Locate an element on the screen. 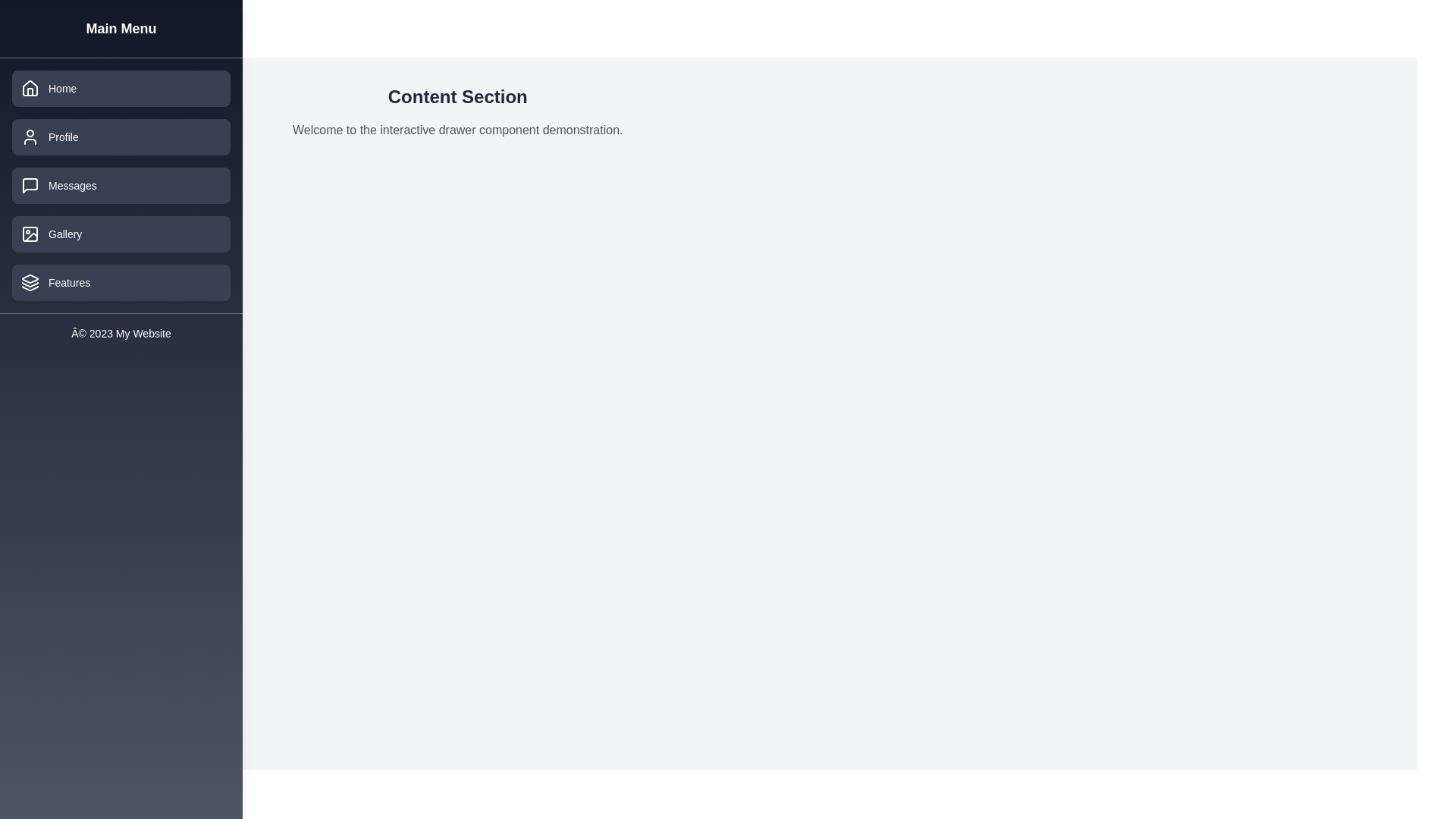 Image resolution: width=1456 pixels, height=819 pixels. the third layer of the icon, which is a curved triangular shape, part of the 'Features' menu button in the sidebar is located at coordinates (30, 288).